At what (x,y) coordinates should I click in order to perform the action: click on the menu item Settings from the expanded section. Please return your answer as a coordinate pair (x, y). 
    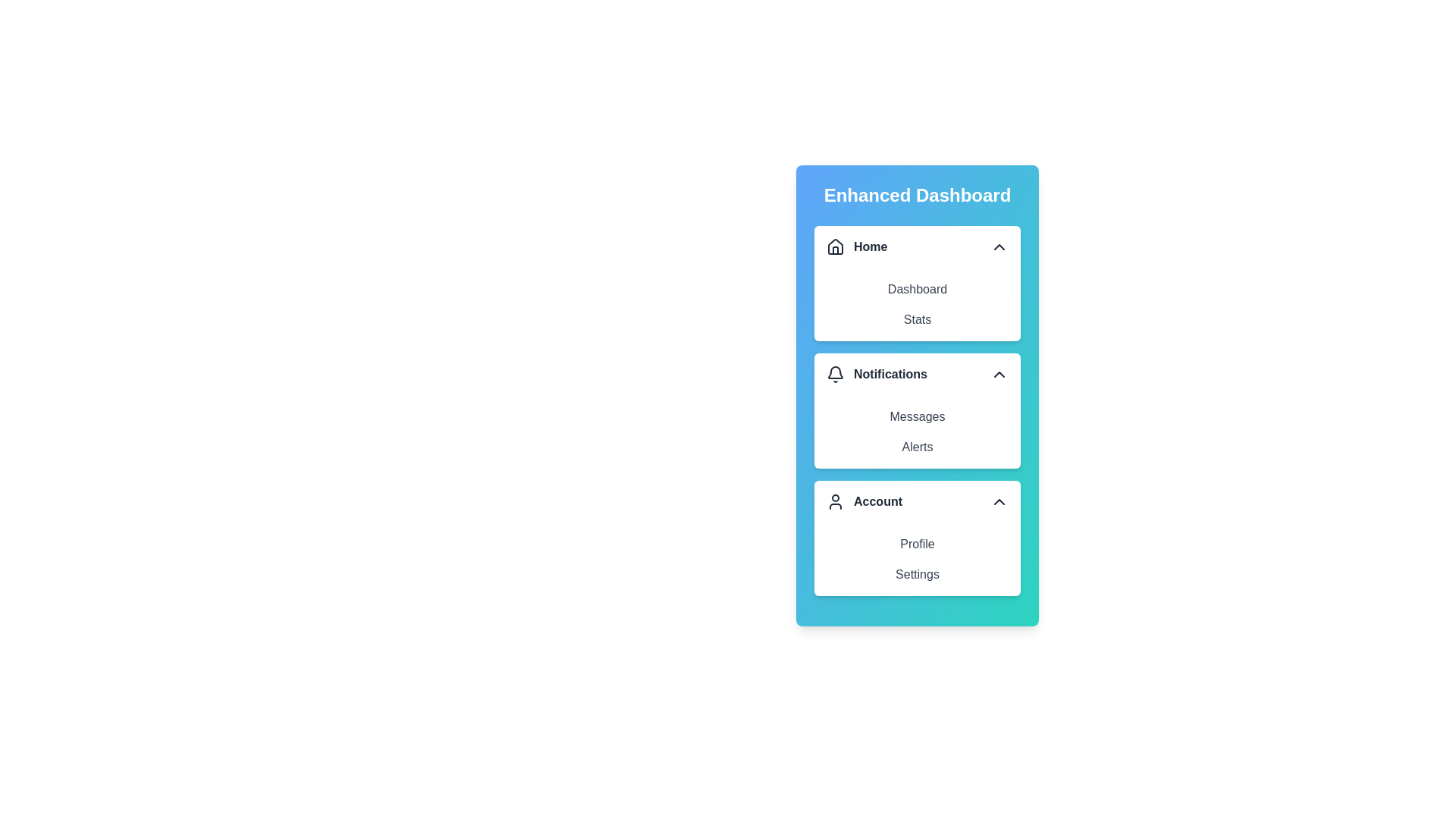
    Looking at the image, I should click on (916, 575).